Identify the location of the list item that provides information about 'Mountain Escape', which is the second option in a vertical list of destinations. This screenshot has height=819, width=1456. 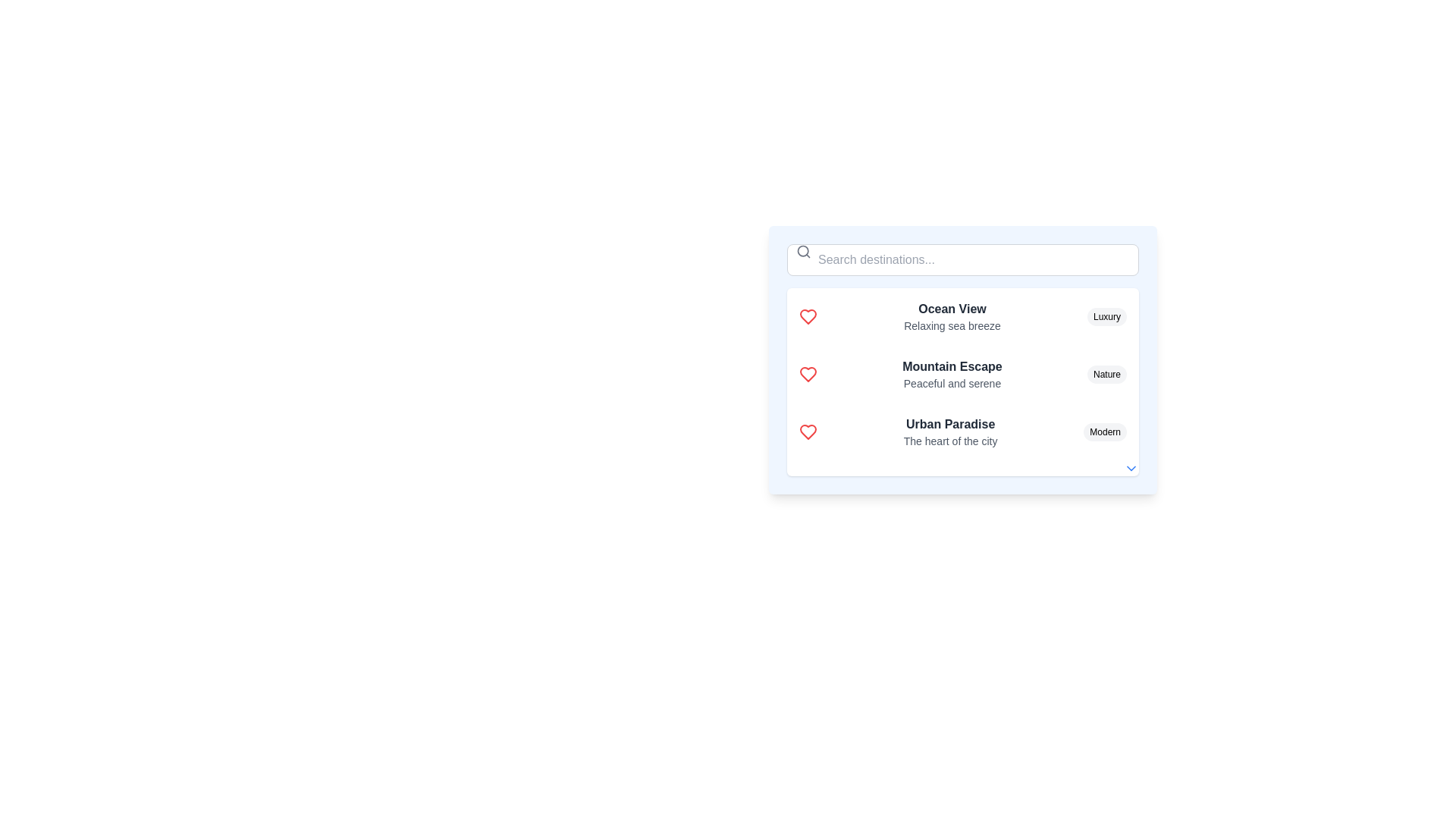
(962, 374).